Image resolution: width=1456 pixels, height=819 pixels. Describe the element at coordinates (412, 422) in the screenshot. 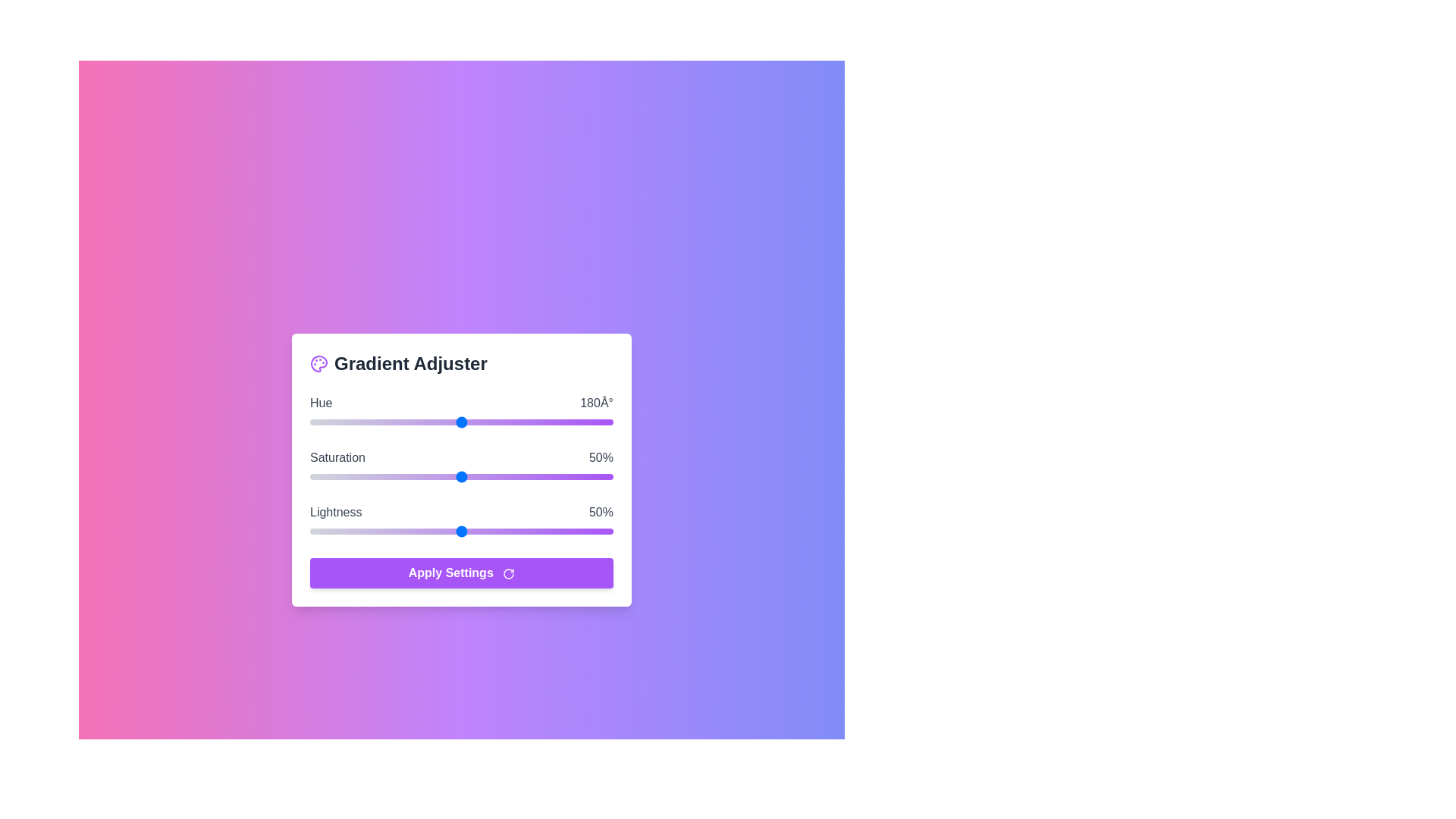

I see `the Hue slider to set the value to 121` at that location.